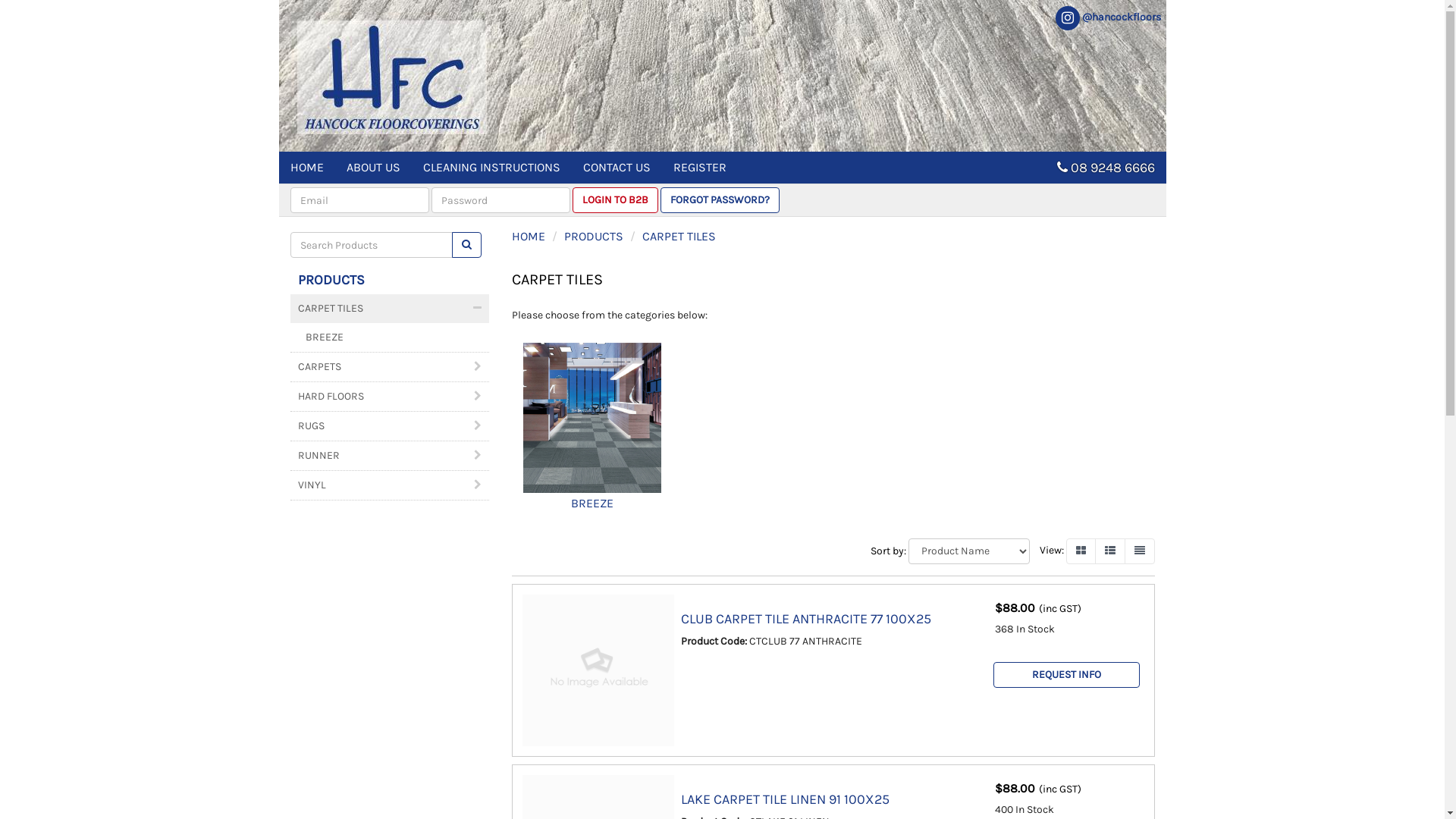 This screenshot has height=819, width=1456. I want to click on 'CONTACT US', so click(617, 167).